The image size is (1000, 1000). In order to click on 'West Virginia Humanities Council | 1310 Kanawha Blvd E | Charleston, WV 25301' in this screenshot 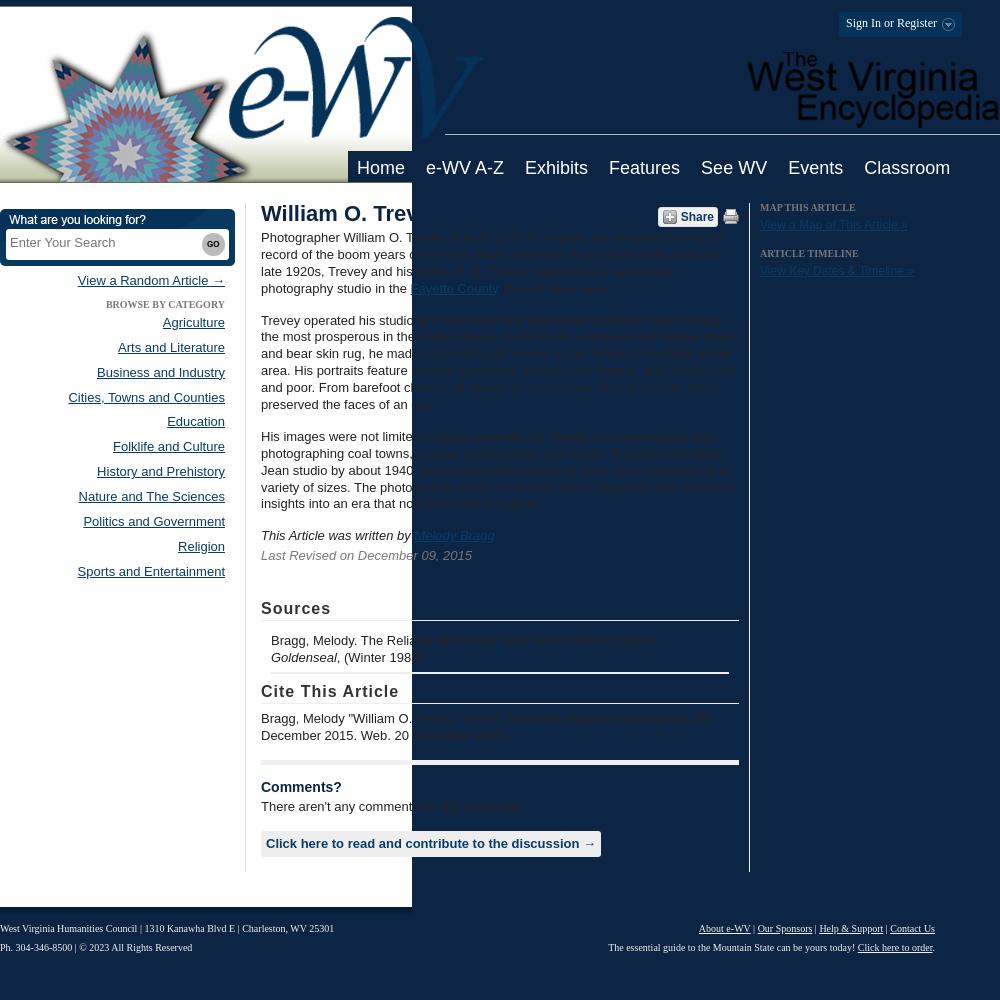, I will do `click(167, 928)`.